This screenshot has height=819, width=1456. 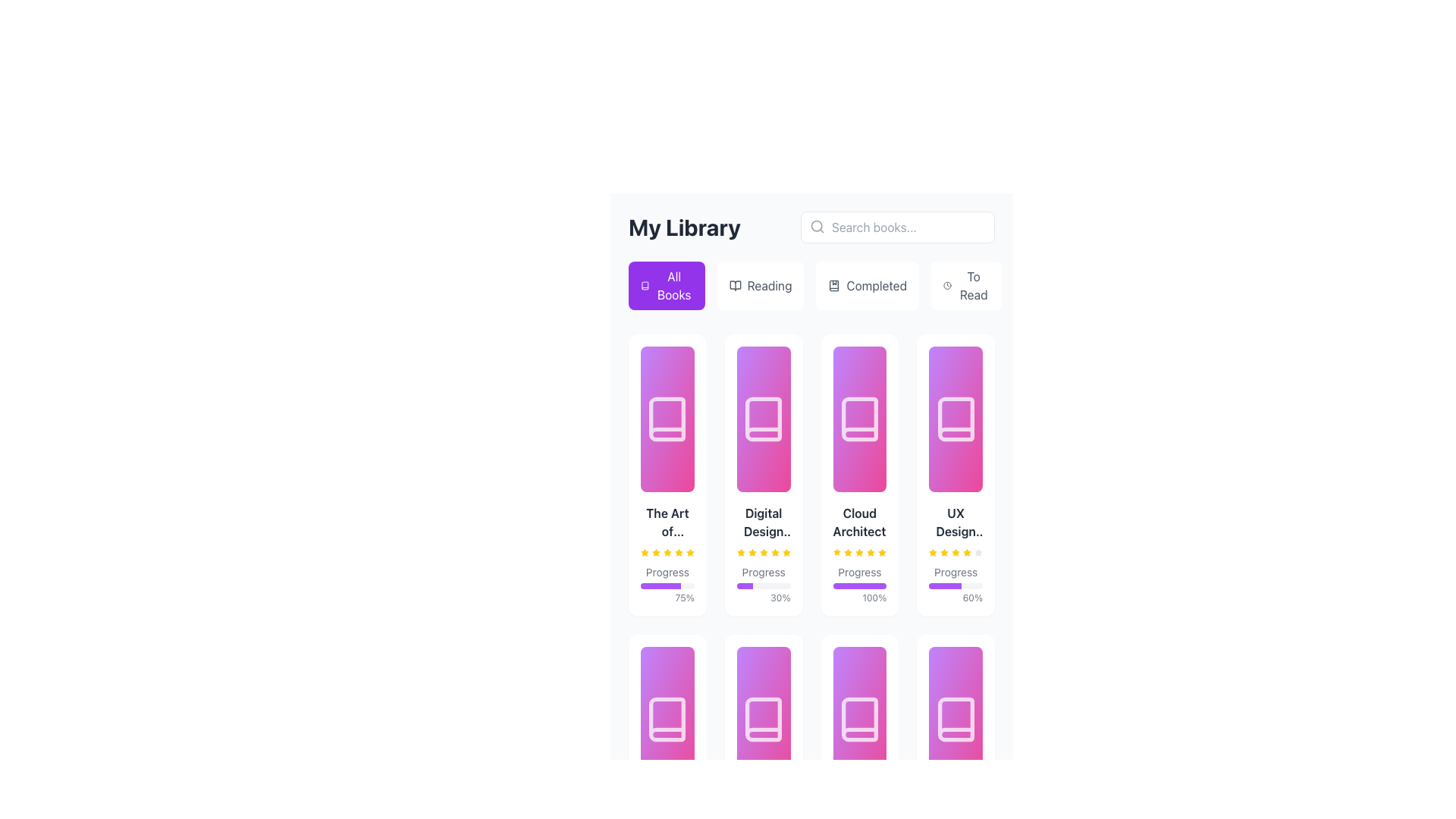 What do you see at coordinates (764, 522) in the screenshot?
I see `text from the bold dark gray text label displaying 'Digital Design Principles', which is positioned at the top of its card-like layout, above the star rating section` at bounding box center [764, 522].